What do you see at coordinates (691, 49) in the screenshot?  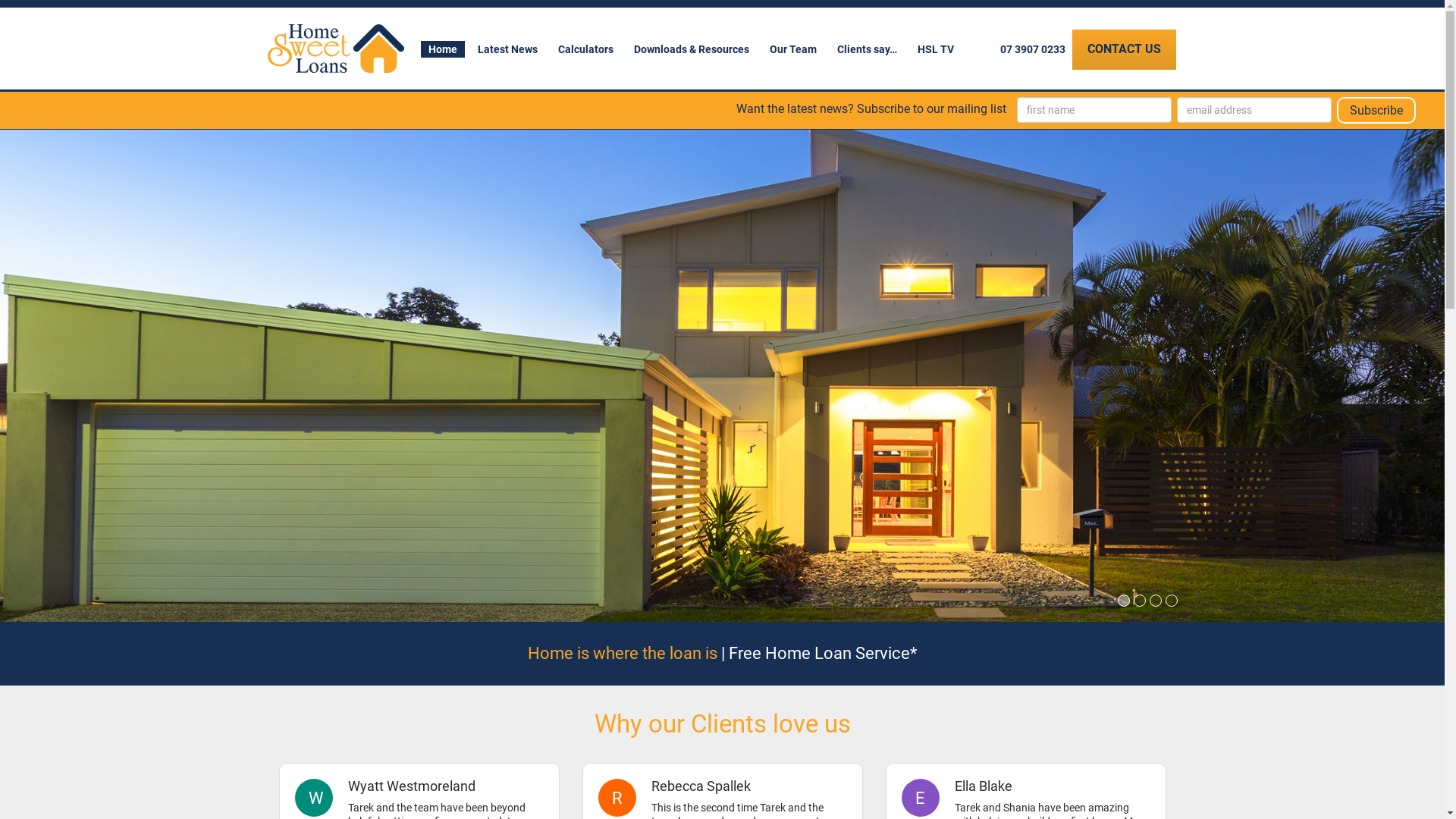 I see `'Downloads & Resources'` at bounding box center [691, 49].